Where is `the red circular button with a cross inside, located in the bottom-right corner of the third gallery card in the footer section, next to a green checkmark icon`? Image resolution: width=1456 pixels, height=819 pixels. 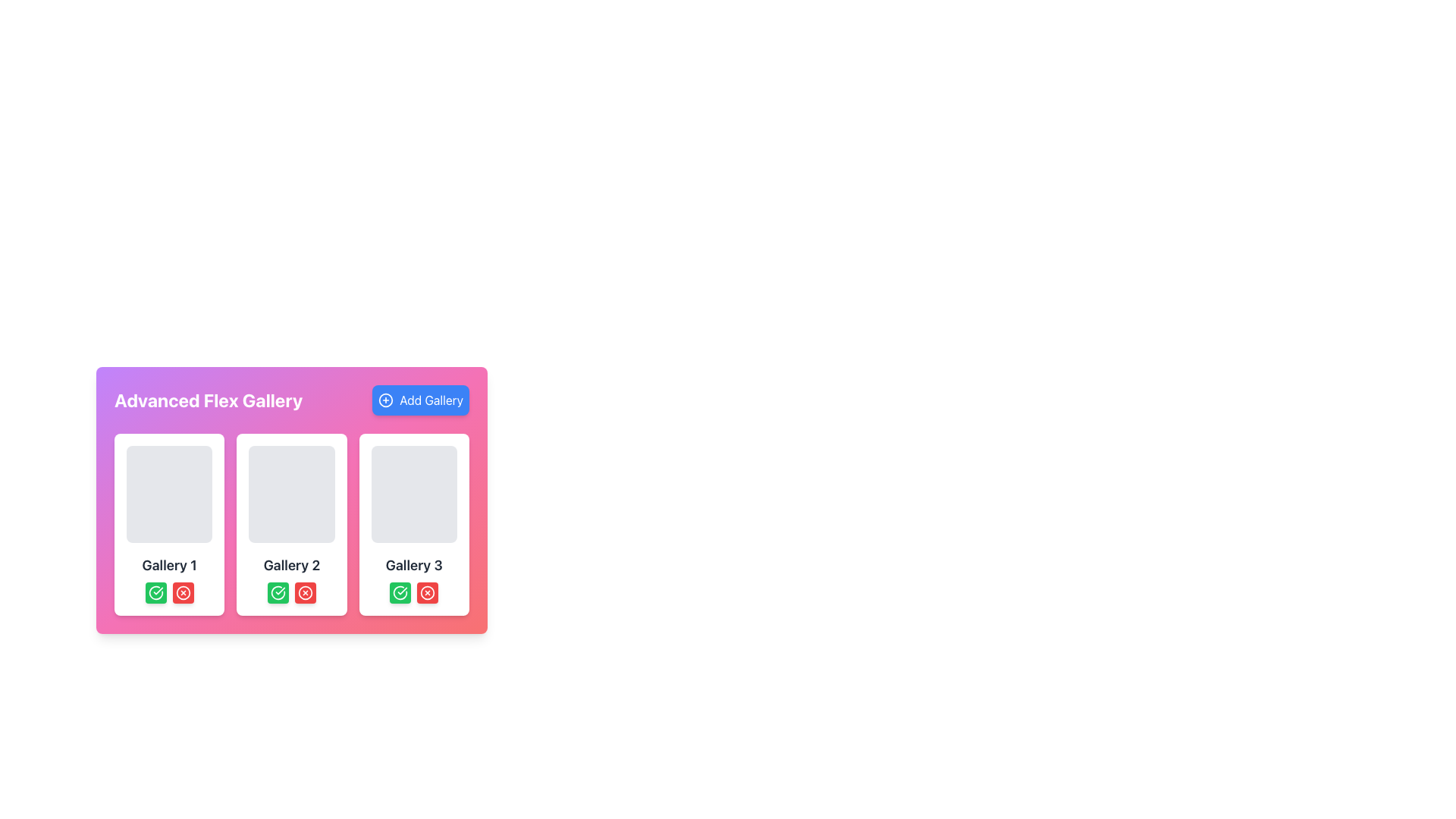
the red circular button with a cross inside, located in the bottom-right corner of the third gallery card in the footer section, next to a green checkmark icon is located at coordinates (427, 592).